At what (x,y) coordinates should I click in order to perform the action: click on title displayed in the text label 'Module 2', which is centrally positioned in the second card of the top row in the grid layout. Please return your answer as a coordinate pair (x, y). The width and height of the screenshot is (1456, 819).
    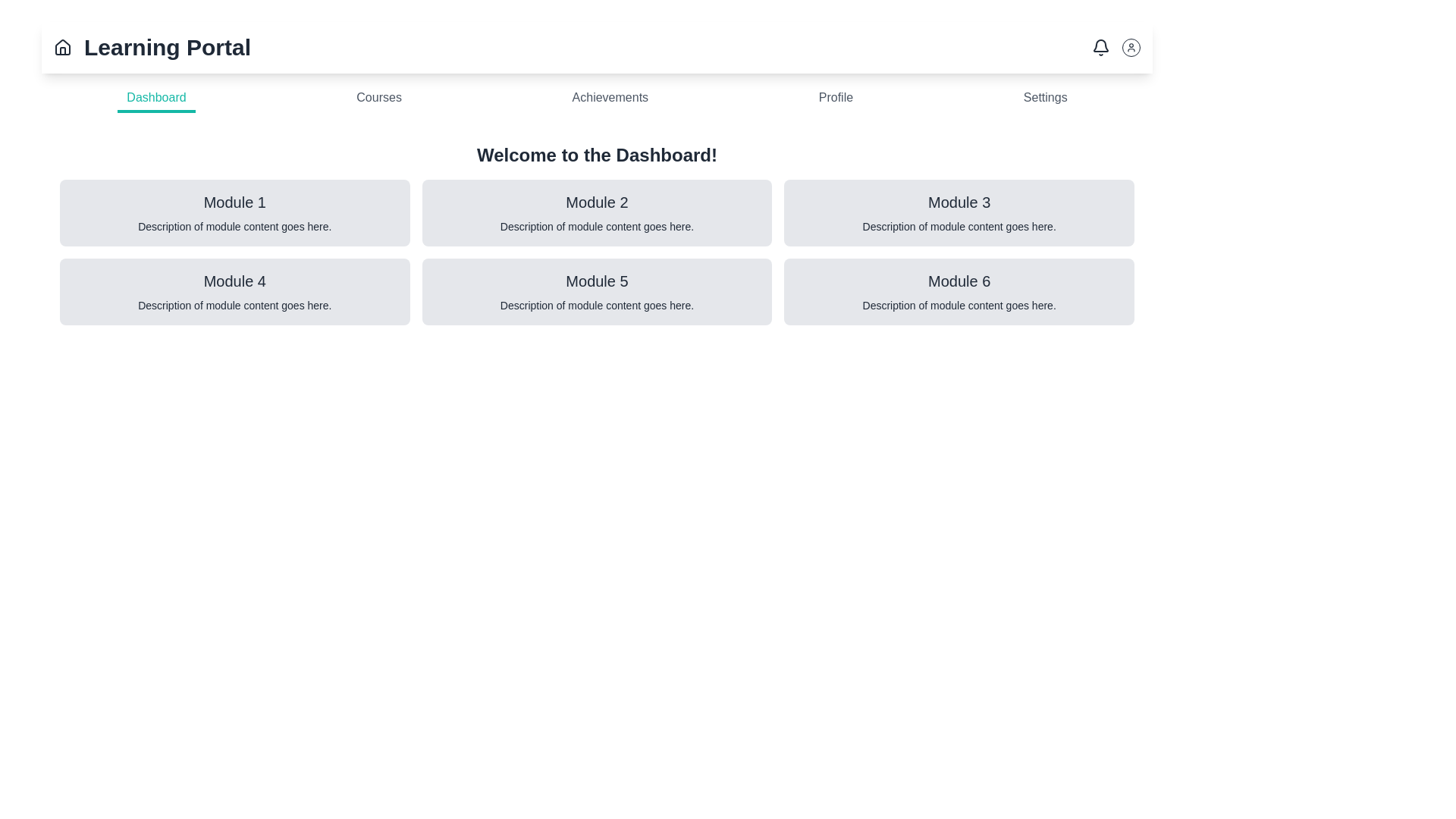
    Looking at the image, I should click on (596, 201).